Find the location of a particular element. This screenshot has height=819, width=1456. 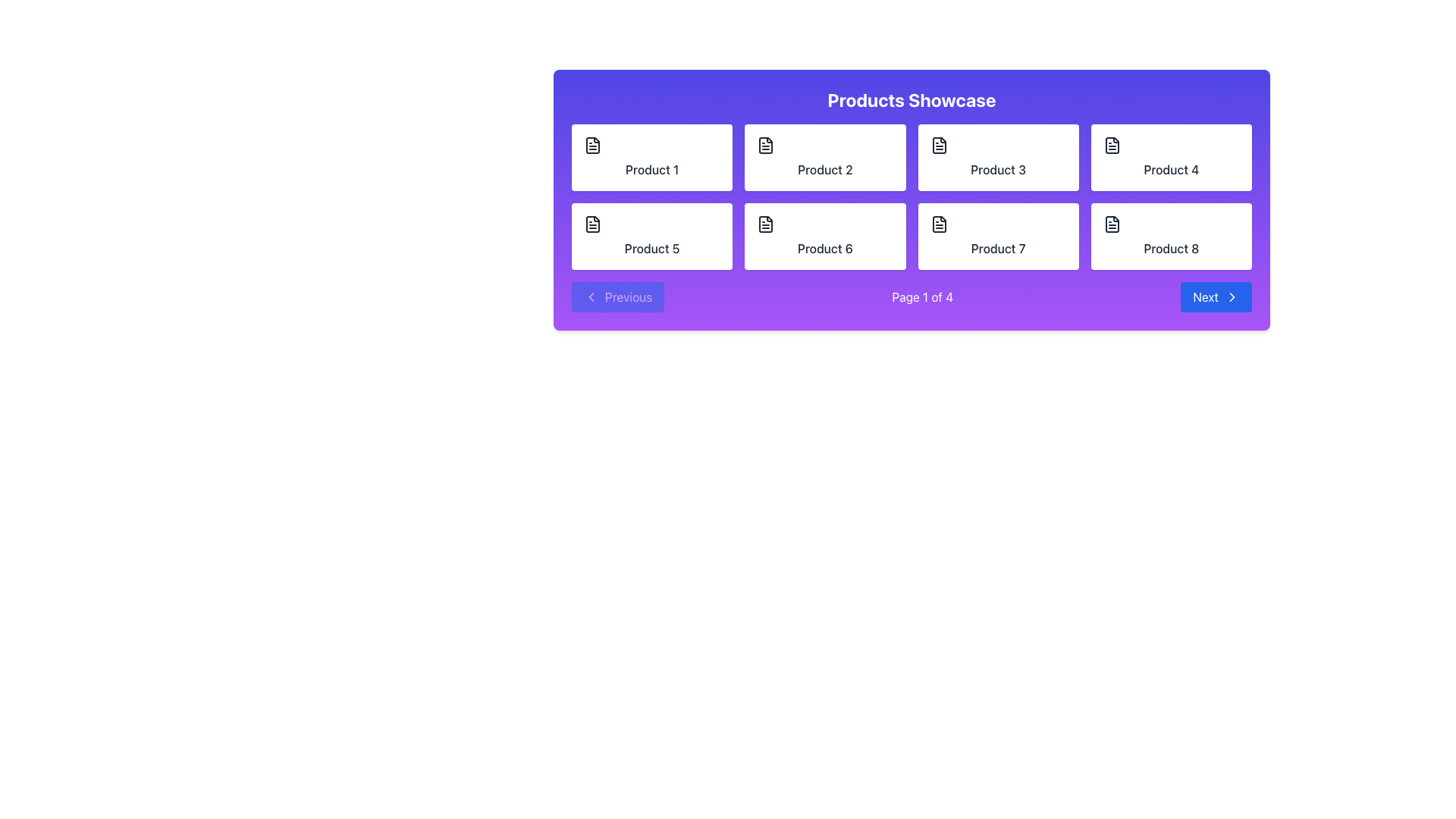

the 'Product 4' text label located in the top row and fourth column of the grid layout, situated at the lower portion of a white box with rounded edges is located at coordinates (1170, 169).